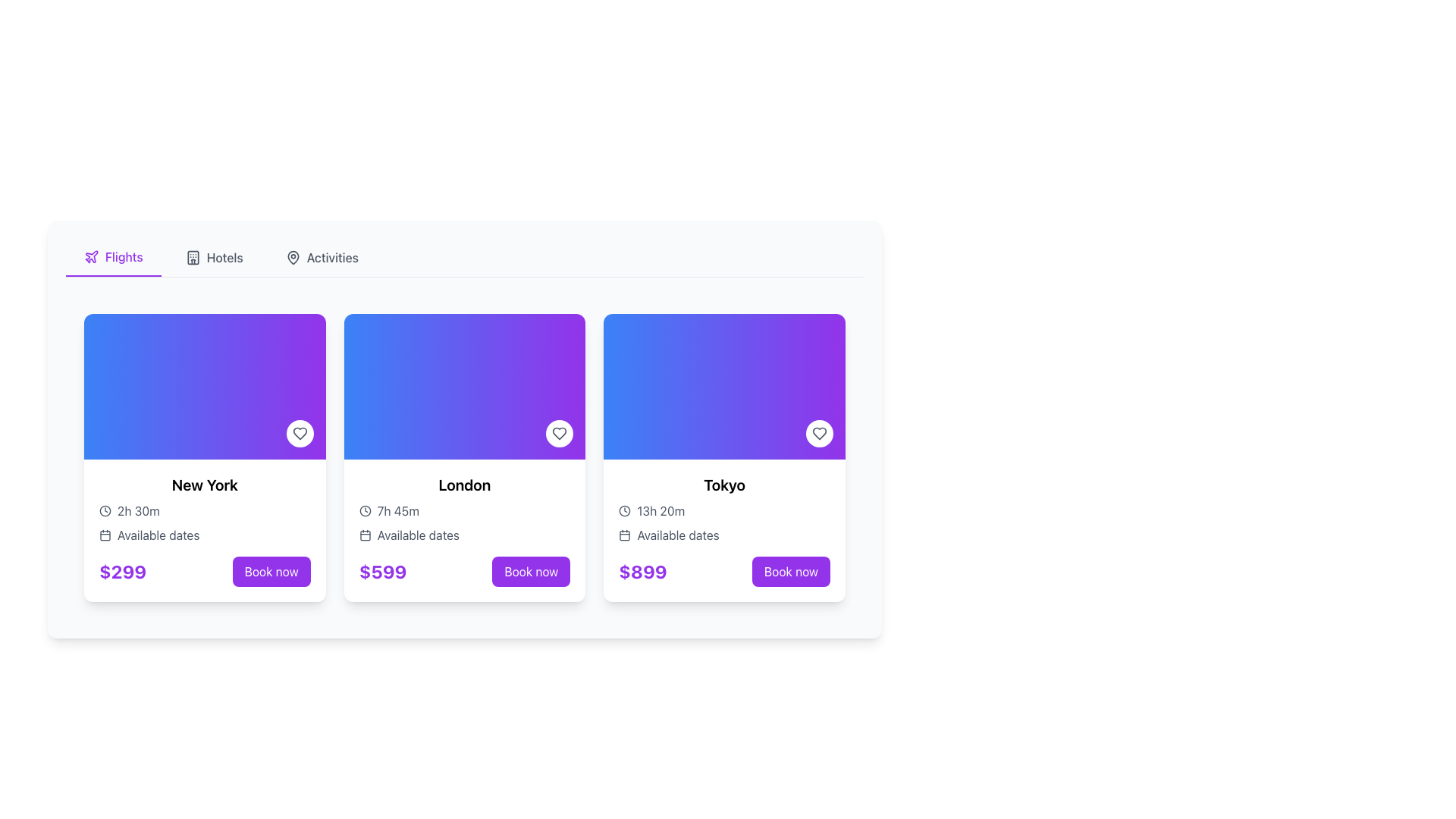 The height and width of the screenshot is (819, 1456). What do you see at coordinates (293, 256) in the screenshot?
I see `the 'Activities' section icon in the top navigation bar` at bounding box center [293, 256].